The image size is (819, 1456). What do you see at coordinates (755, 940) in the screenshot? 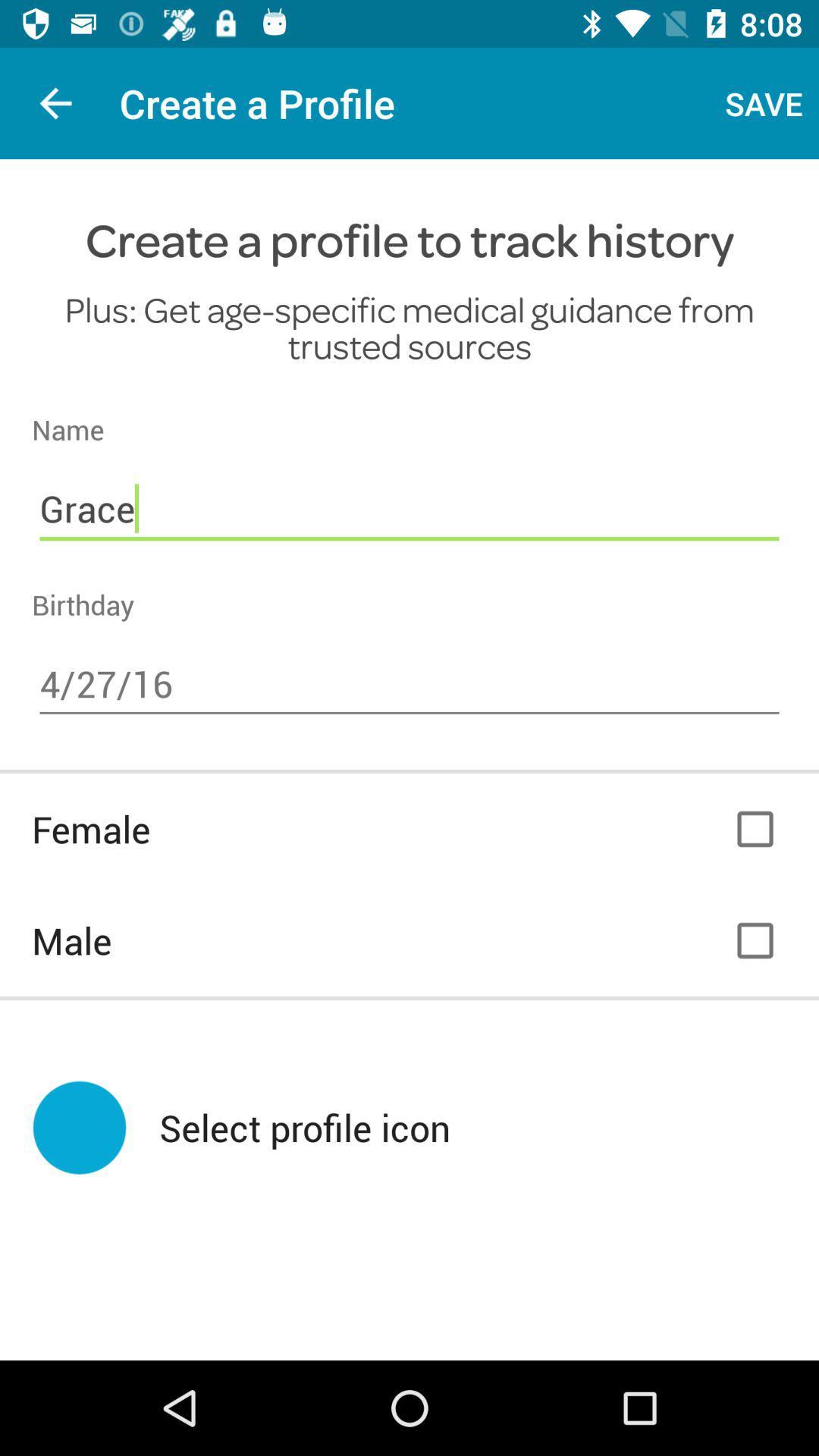
I see `choose male gender` at bounding box center [755, 940].